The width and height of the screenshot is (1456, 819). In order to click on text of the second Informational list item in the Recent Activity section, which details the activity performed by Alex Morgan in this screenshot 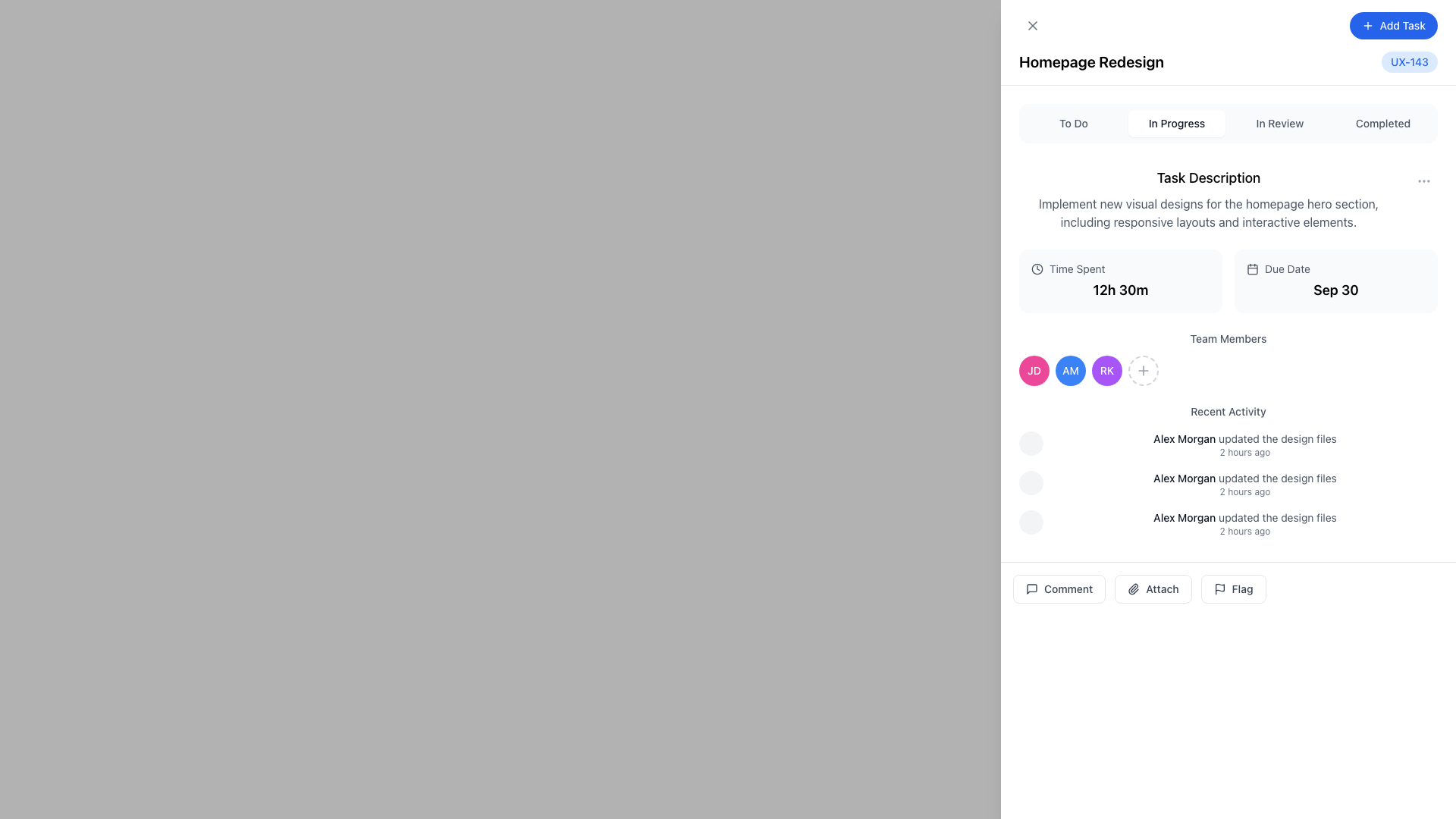, I will do `click(1244, 485)`.